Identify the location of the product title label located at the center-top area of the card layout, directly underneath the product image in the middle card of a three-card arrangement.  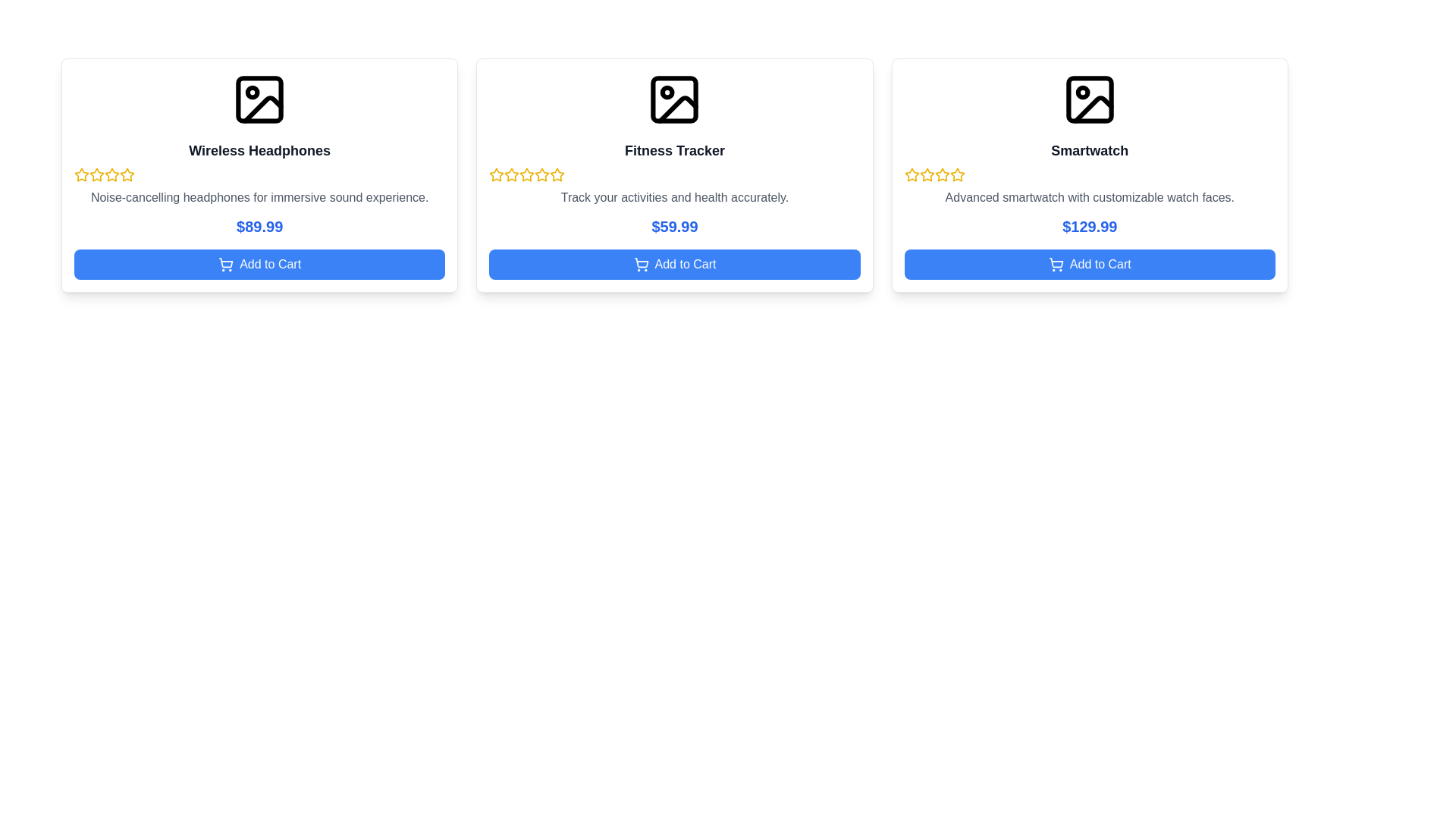
(673, 151).